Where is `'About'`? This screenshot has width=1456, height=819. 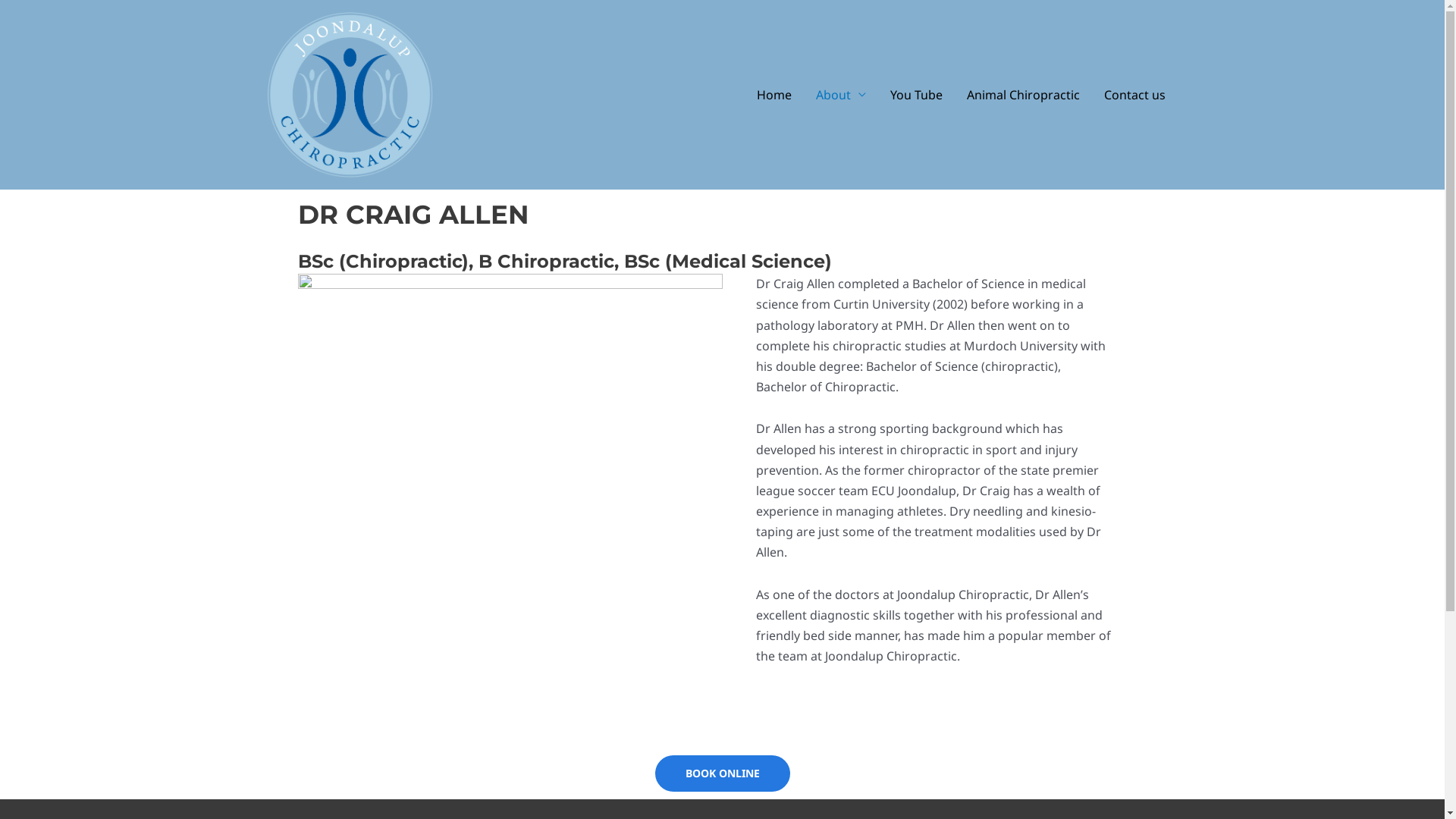
'About' is located at coordinates (803, 94).